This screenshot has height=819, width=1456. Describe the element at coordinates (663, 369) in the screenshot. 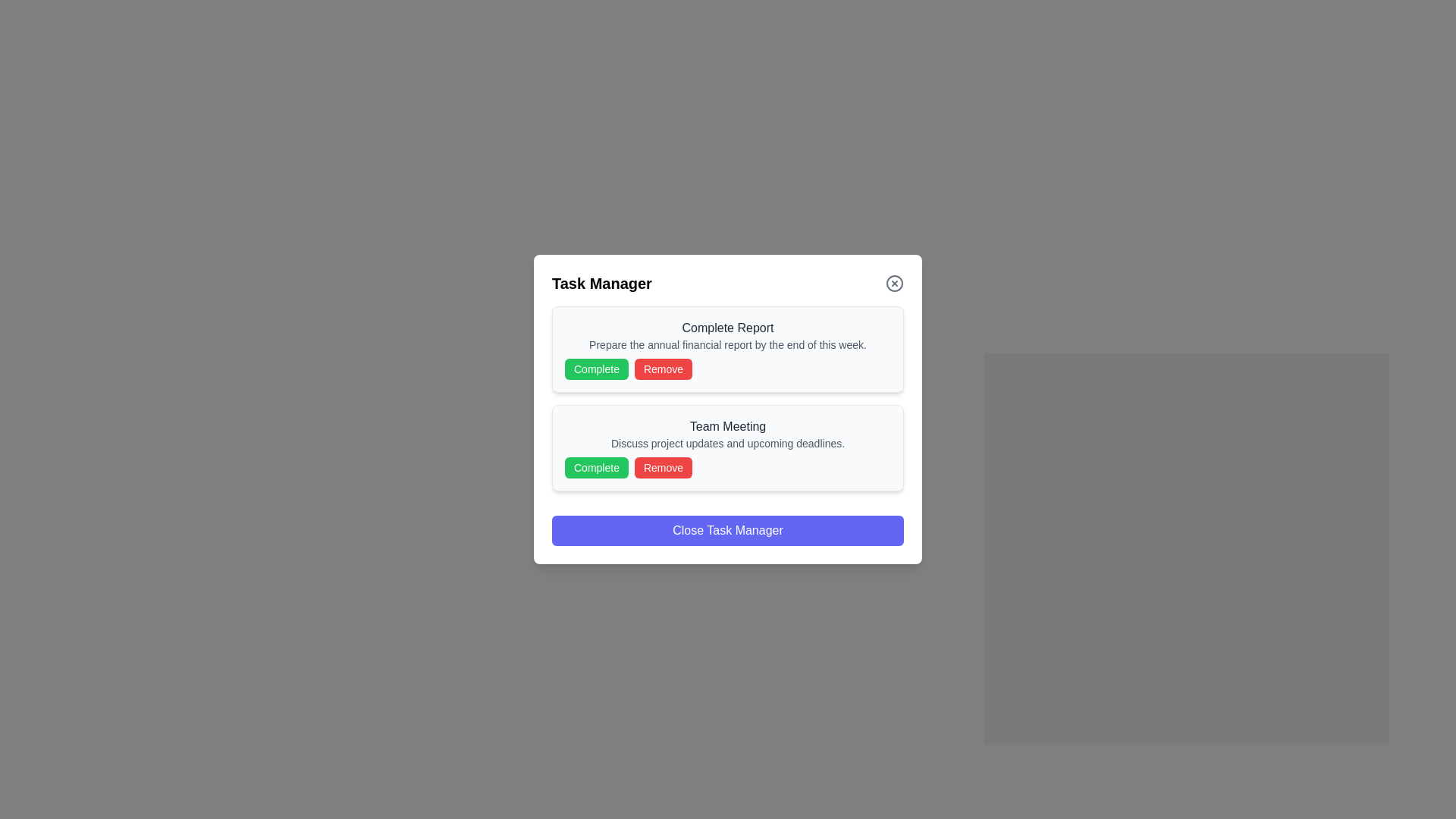

I see `the 'Remove' button located in the top card below the 'Task Manager' heading, which is aligned to the right of the 'Complete' button` at that location.